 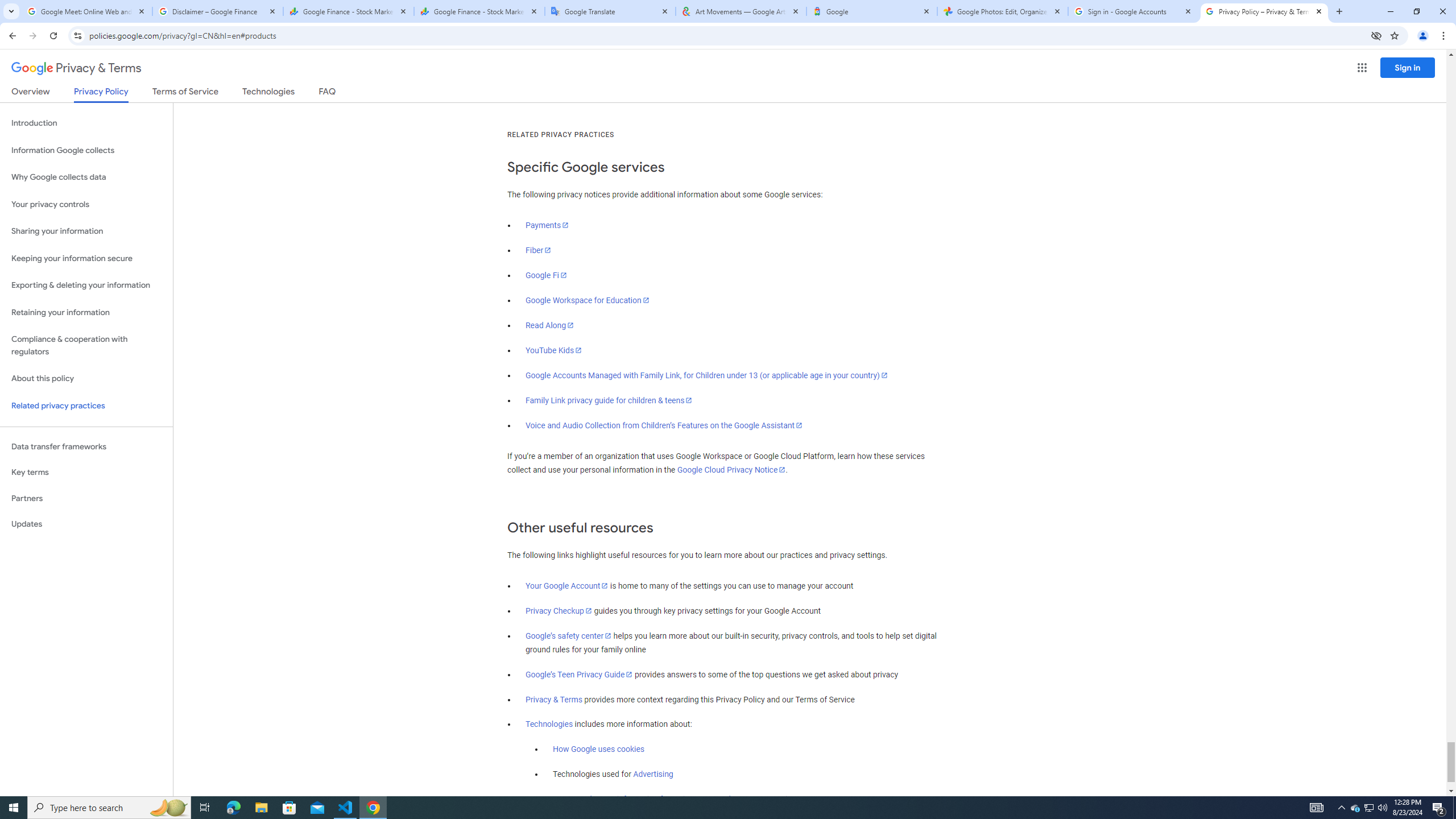 What do you see at coordinates (86, 230) in the screenshot?
I see `'Sharing your information'` at bounding box center [86, 230].